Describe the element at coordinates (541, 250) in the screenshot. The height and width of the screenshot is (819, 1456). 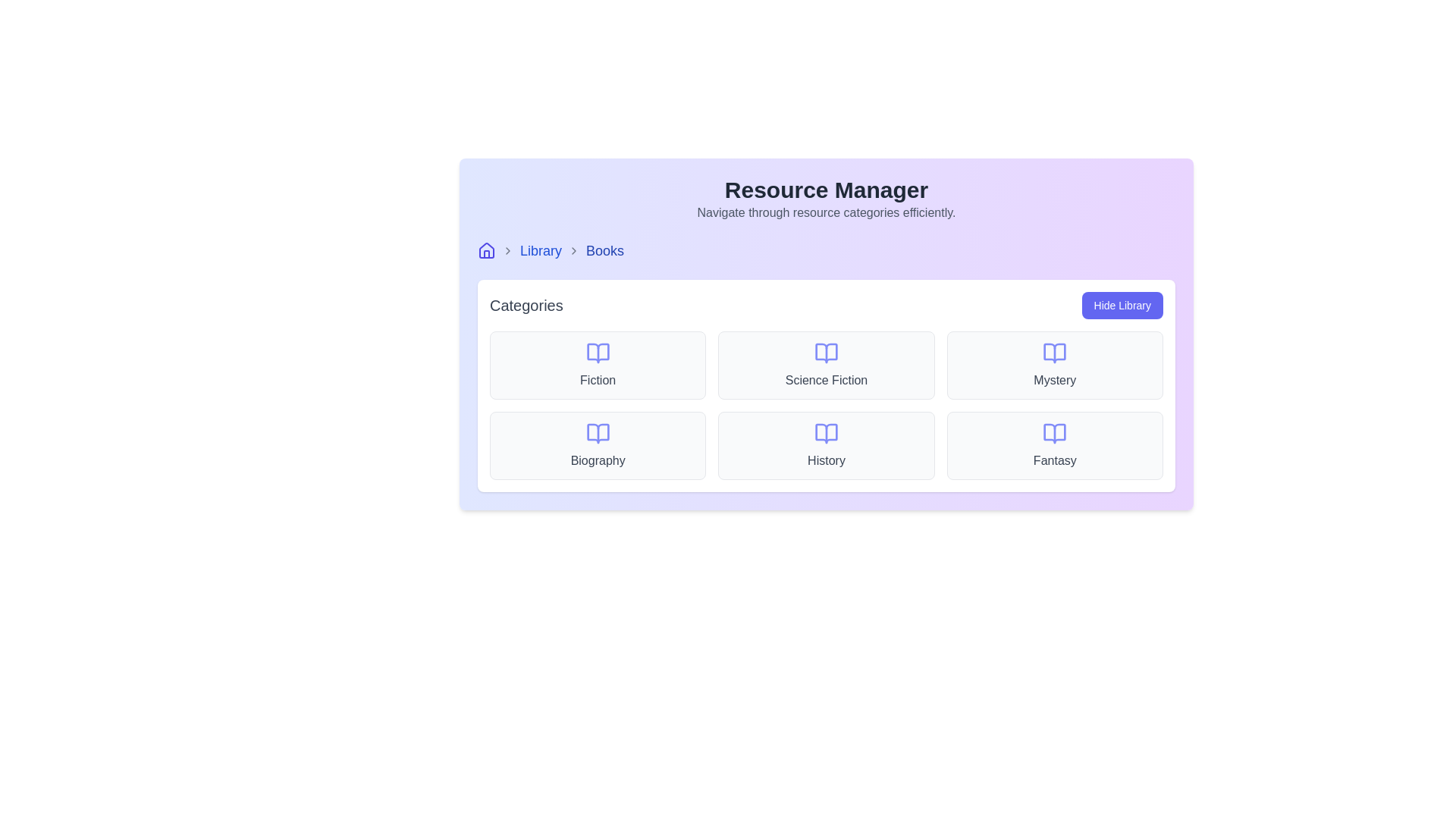
I see `the 'Library' hyperlink in the breadcrumb navigation section` at that location.